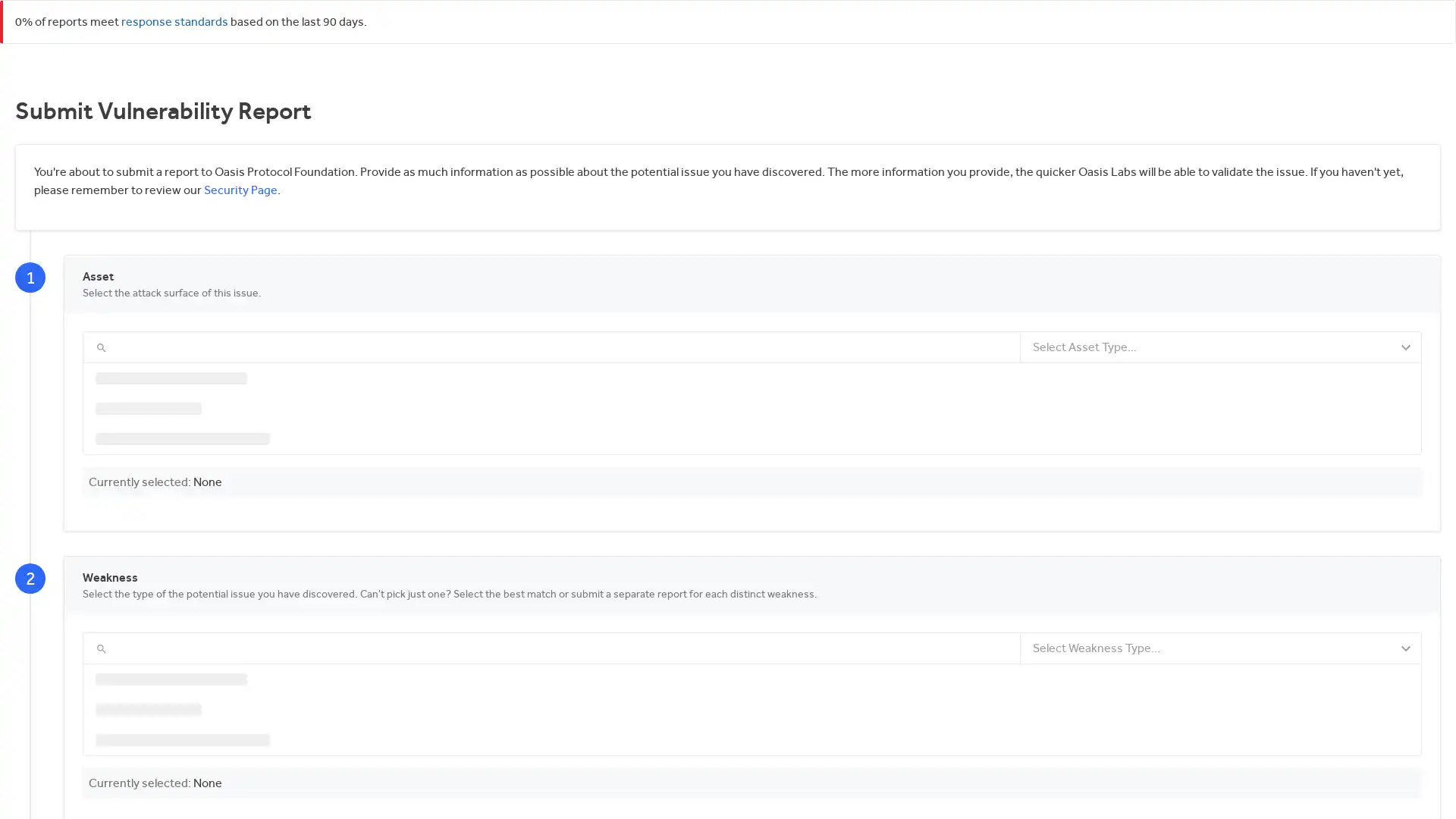  What do you see at coordinates (752, 784) in the screenshot?
I see `Array Index Underflow (CWE-129)` at bounding box center [752, 784].